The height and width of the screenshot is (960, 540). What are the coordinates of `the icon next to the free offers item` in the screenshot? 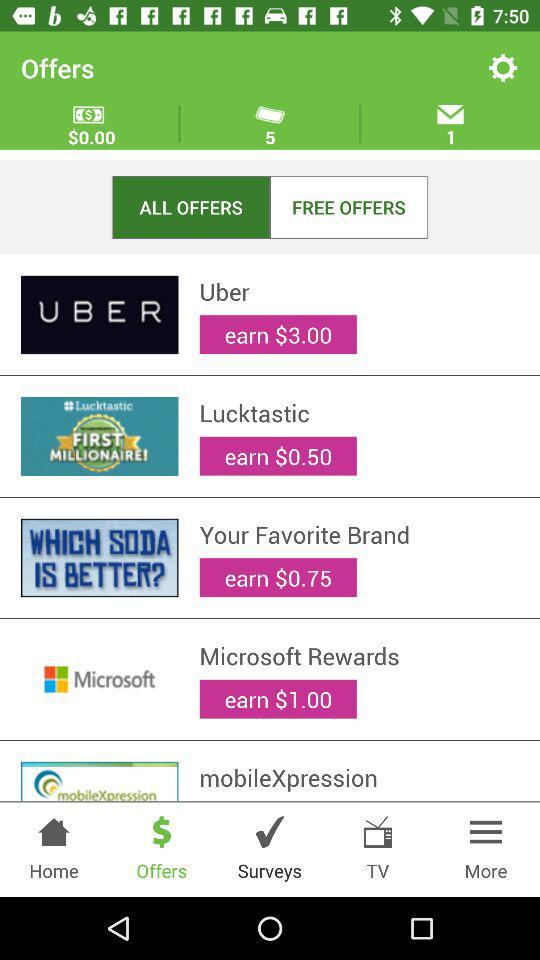 It's located at (191, 207).